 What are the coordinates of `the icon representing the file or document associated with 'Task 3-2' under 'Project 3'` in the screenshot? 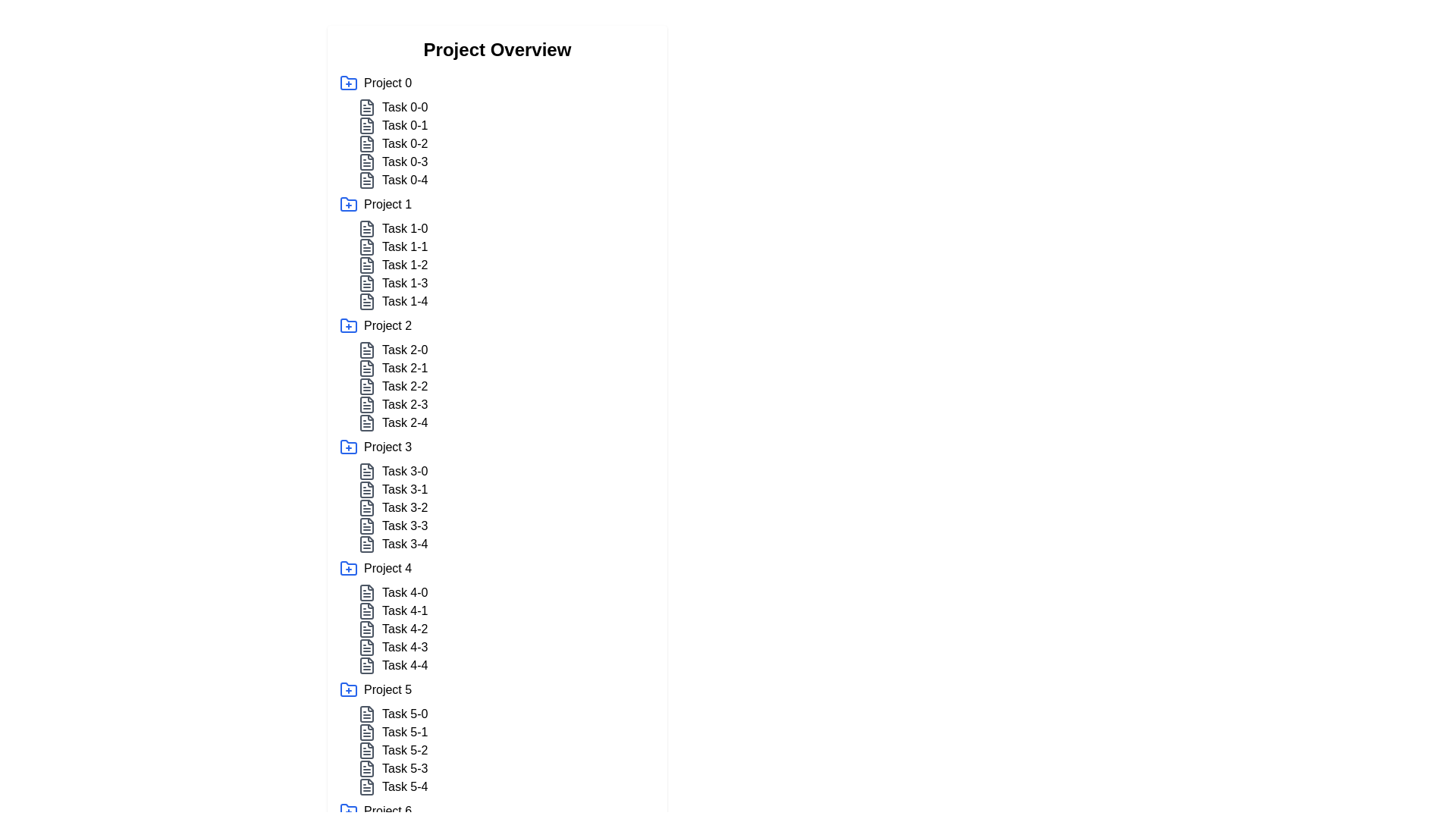 It's located at (367, 508).